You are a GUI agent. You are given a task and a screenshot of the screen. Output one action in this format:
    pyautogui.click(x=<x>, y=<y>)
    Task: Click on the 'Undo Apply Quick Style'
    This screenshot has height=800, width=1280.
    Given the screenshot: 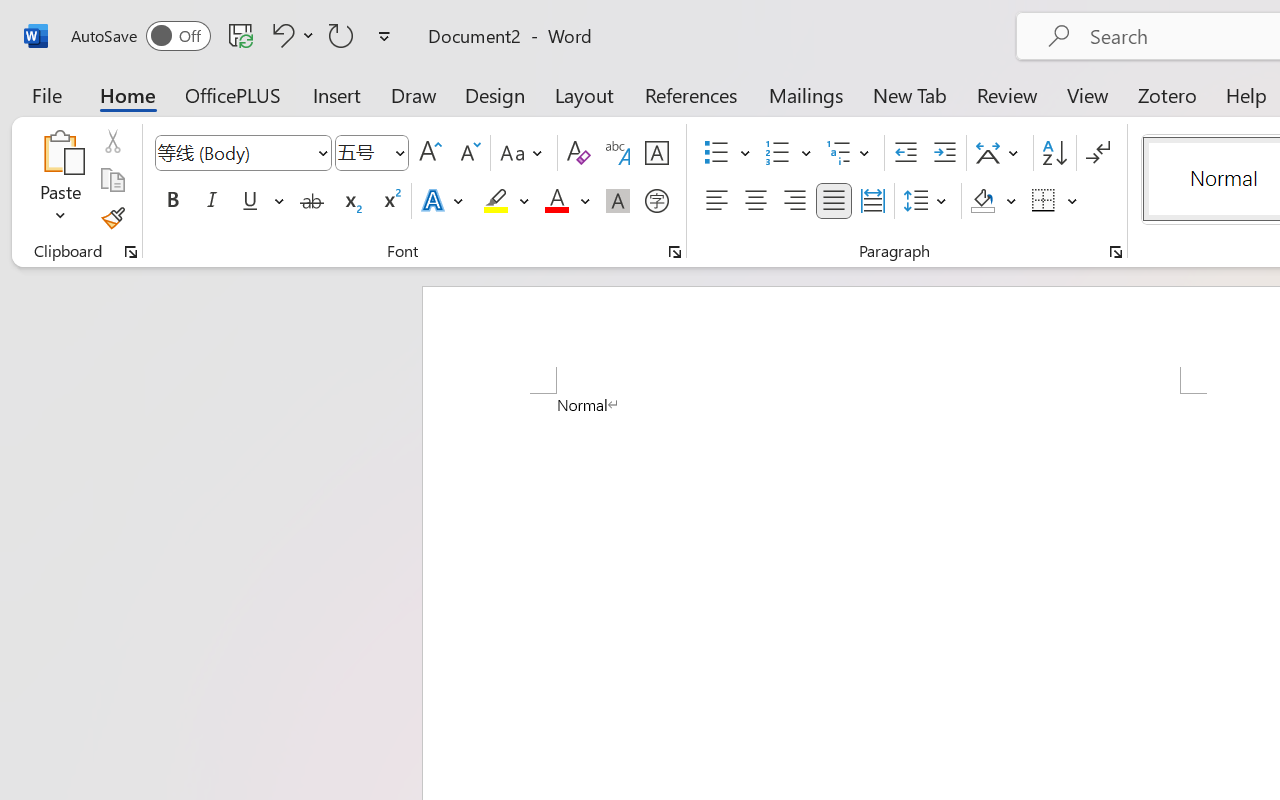 What is the action you would take?
    pyautogui.click(x=289, y=34)
    